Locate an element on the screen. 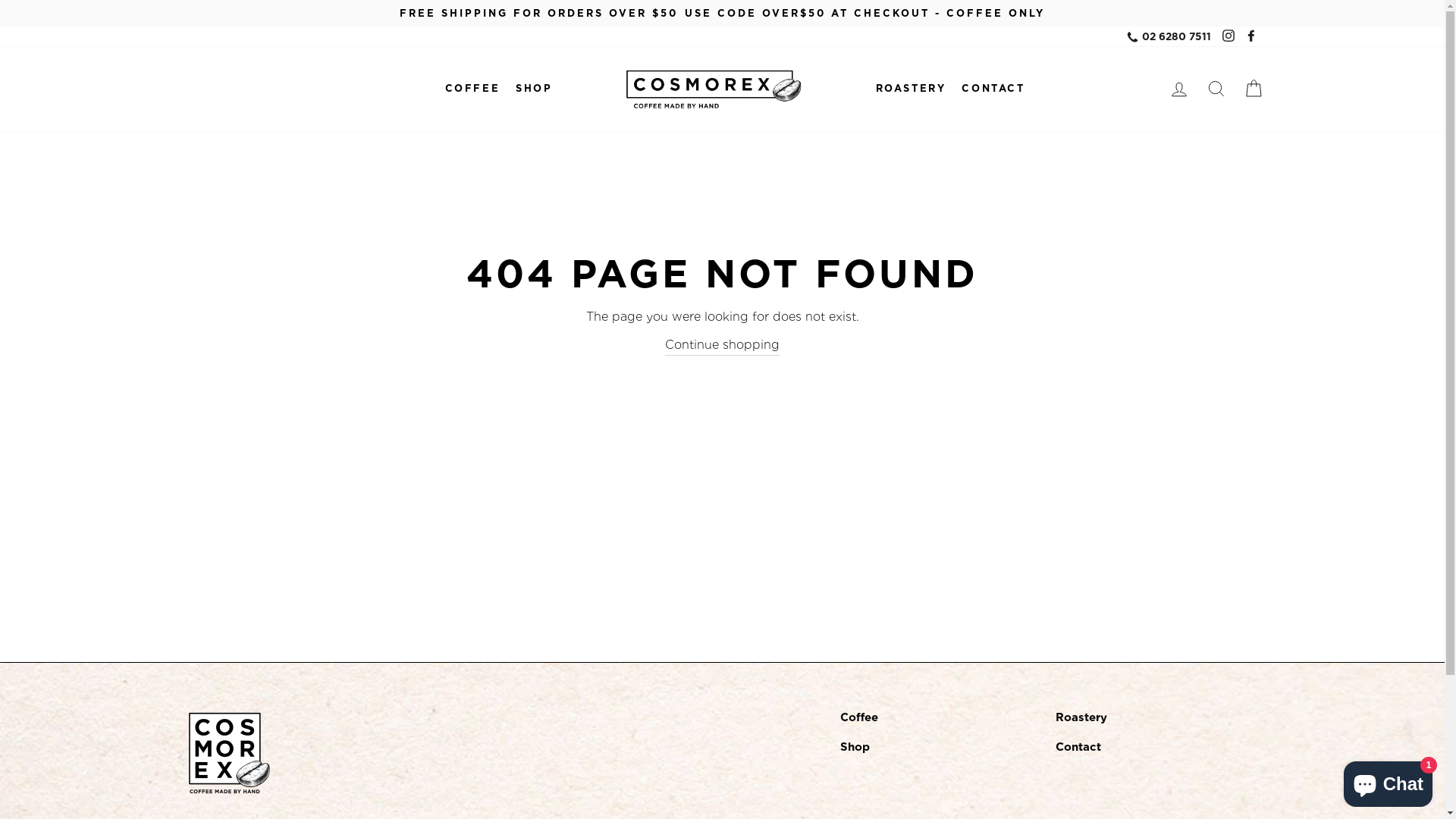  'CONTACT' is located at coordinates (993, 88).